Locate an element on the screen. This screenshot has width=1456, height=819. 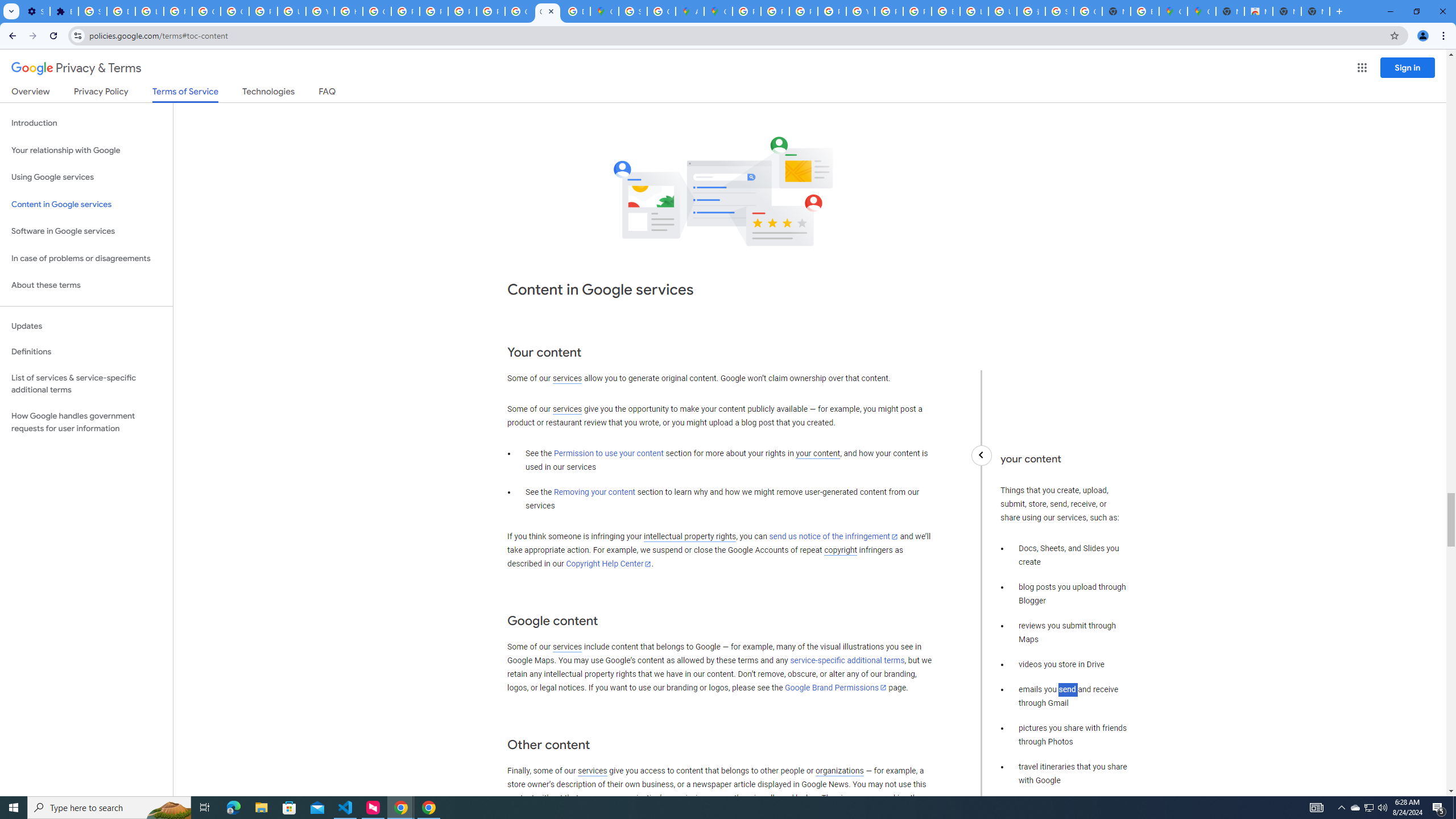
'FAQ' is located at coordinates (327, 93).